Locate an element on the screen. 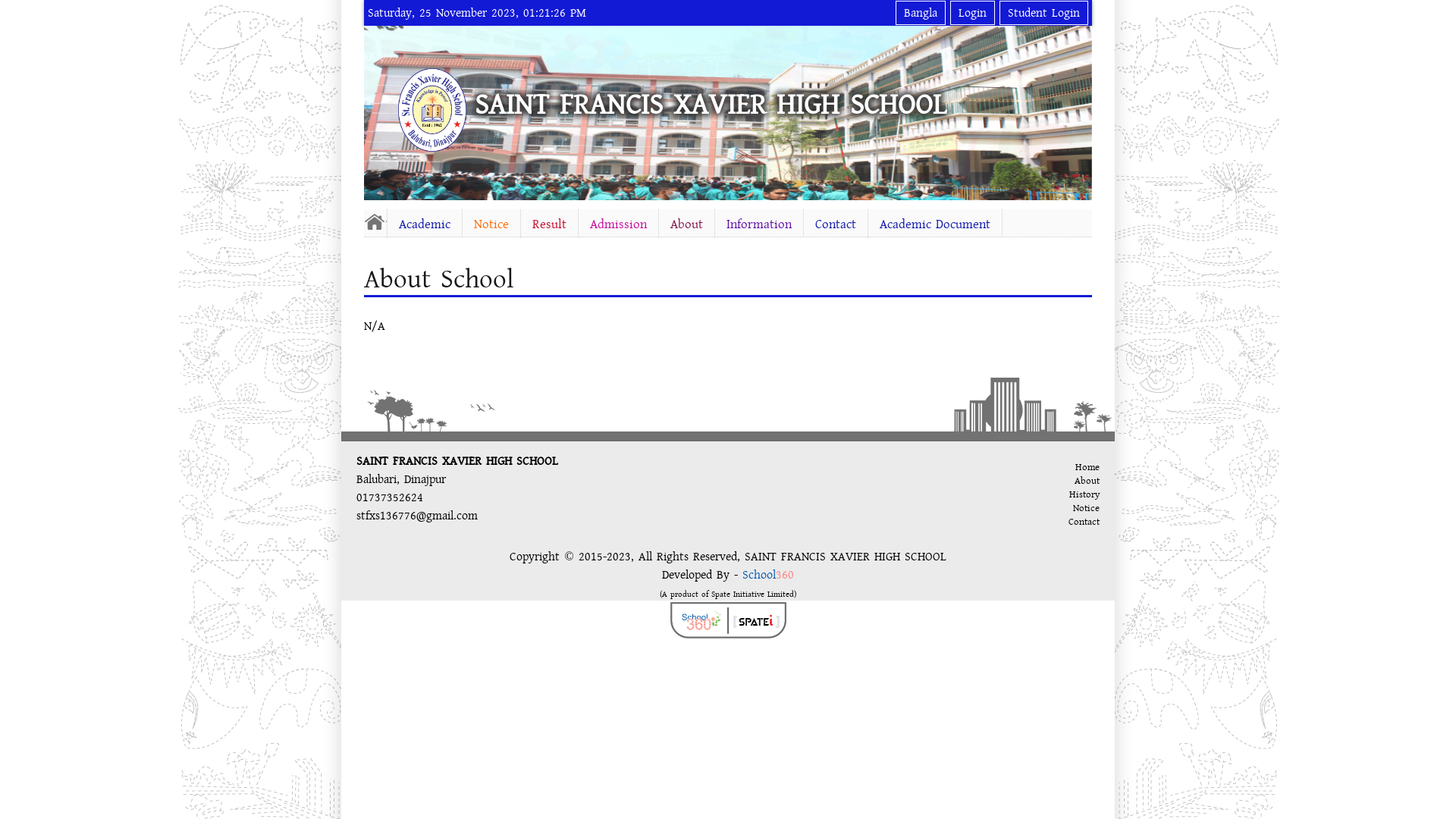  'About' is located at coordinates (1073, 480).